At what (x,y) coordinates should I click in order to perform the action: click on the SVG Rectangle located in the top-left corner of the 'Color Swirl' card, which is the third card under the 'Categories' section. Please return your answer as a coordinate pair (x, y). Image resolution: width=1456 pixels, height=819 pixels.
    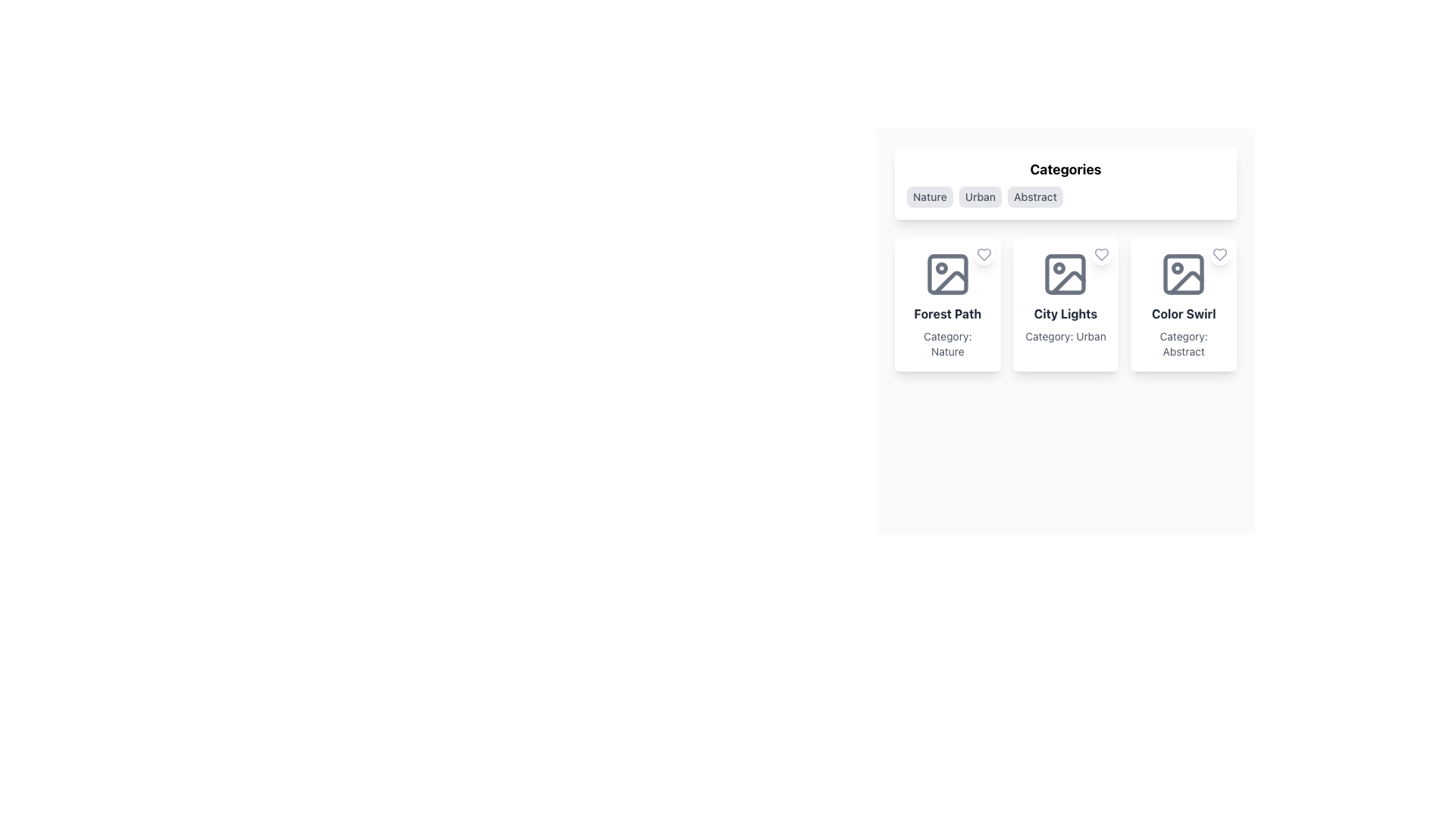
    Looking at the image, I should click on (1183, 275).